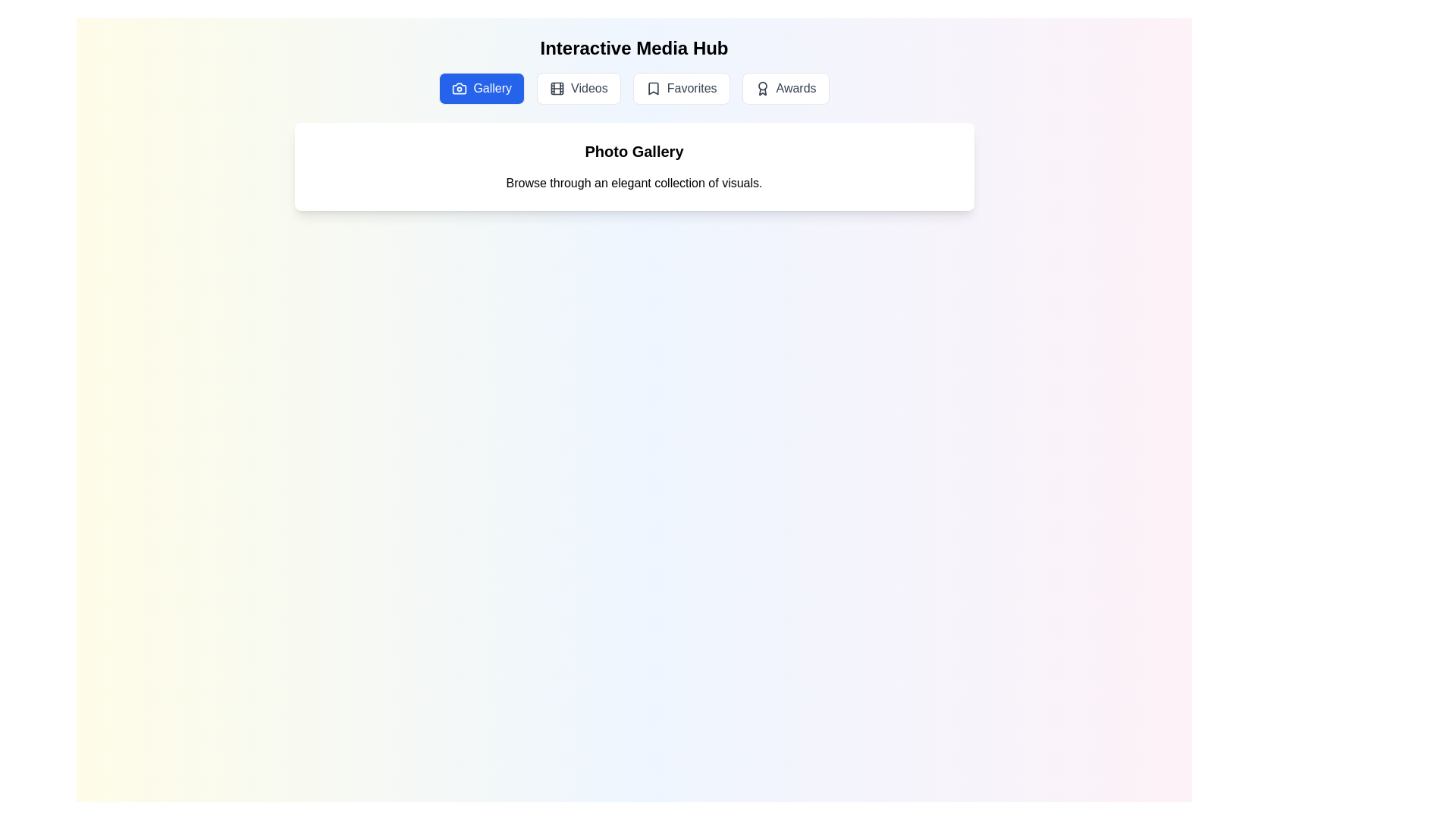 This screenshot has width=1456, height=819. Describe the element at coordinates (762, 88) in the screenshot. I see `the small circular award icon with a ribbon-like design located in the middle of the 'Awards' button, the fourth button from the left in the horizontal navigation bar` at that location.